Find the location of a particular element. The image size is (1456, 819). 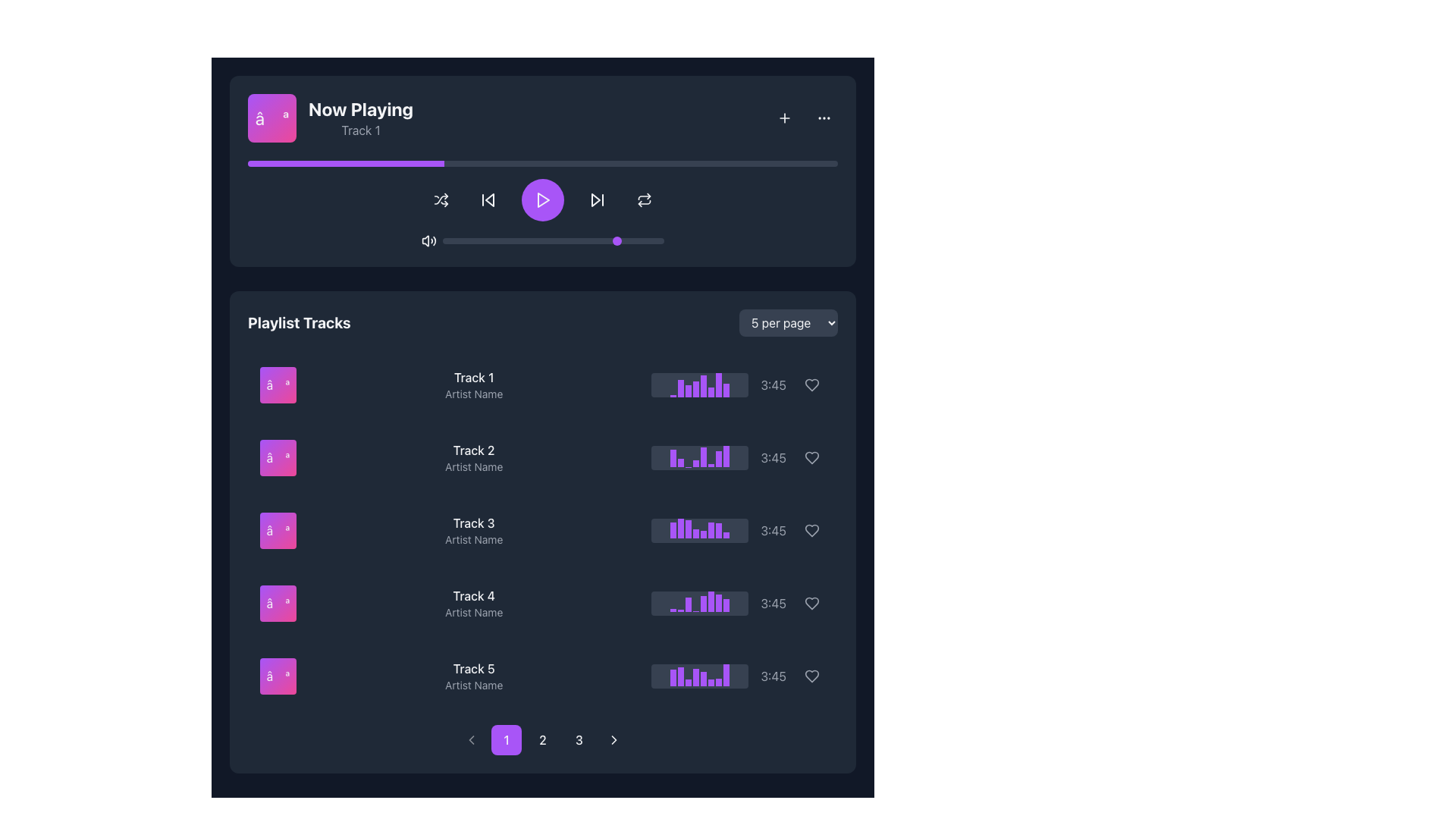

the button in the top-right corner of the 'Now Playing' section is located at coordinates (785, 117).